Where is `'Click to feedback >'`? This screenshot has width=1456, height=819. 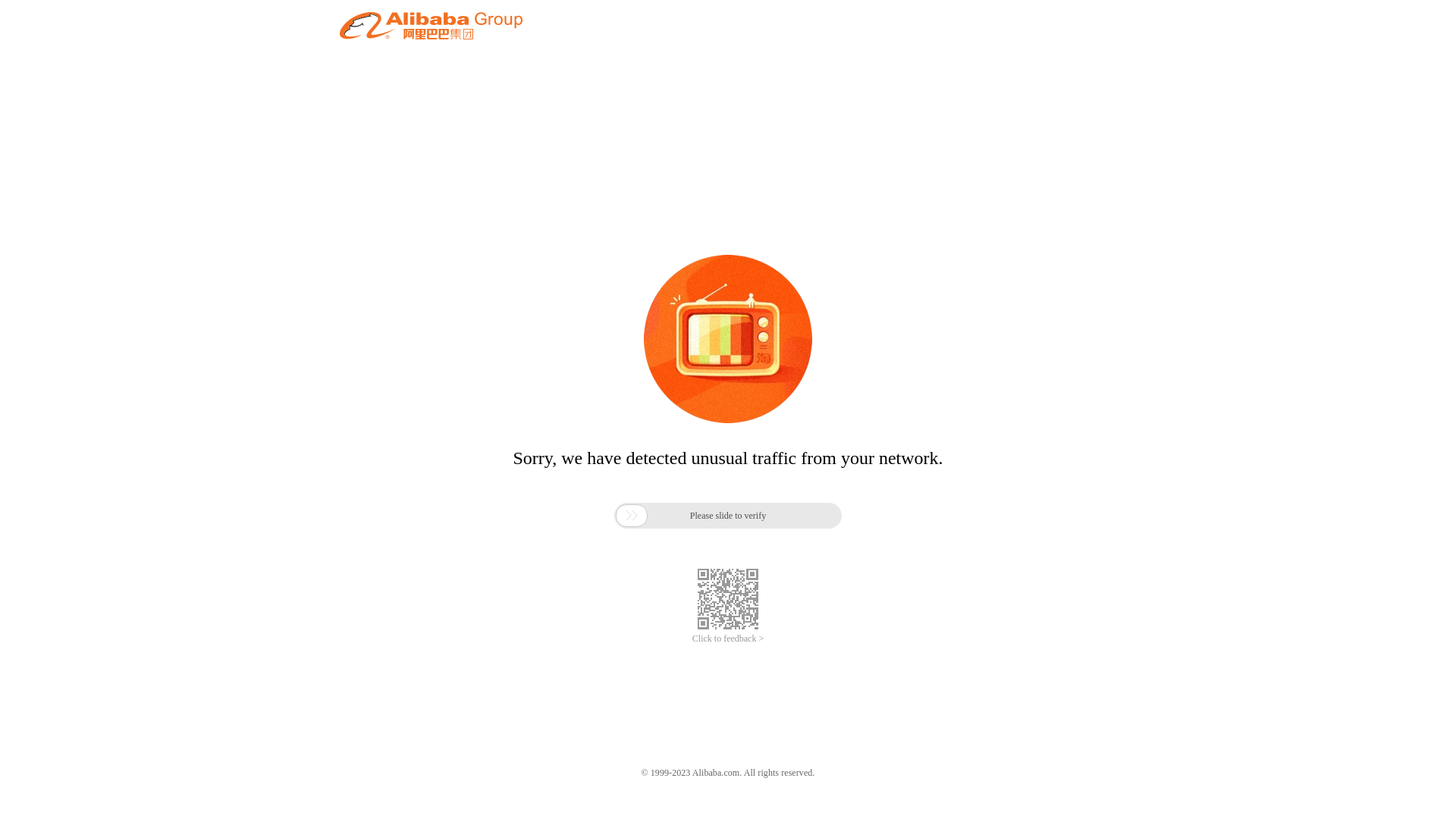
'Click to feedback >' is located at coordinates (728, 639).